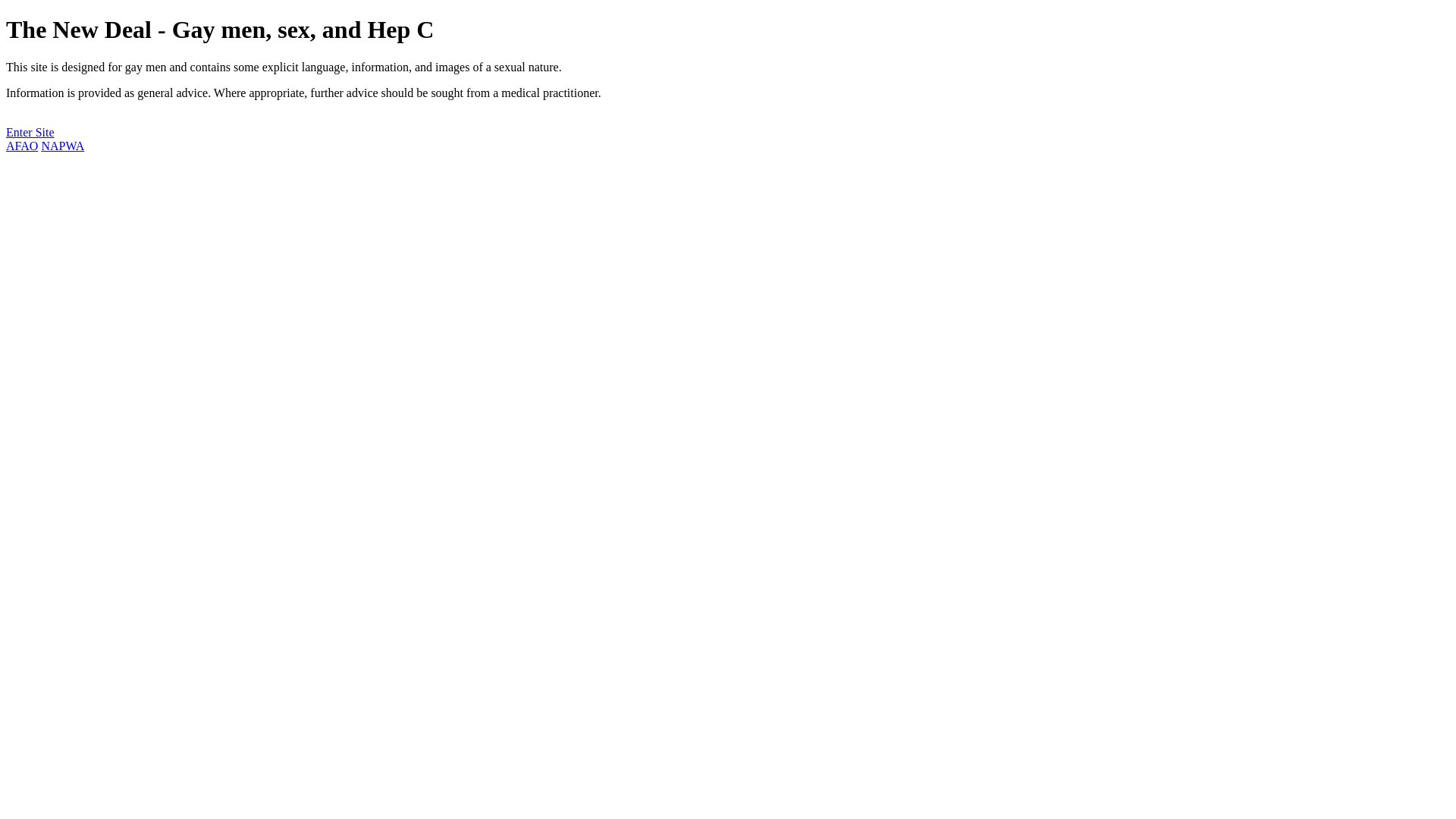  What do you see at coordinates (61, 146) in the screenshot?
I see `'NAPWA'` at bounding box center [61, 146].